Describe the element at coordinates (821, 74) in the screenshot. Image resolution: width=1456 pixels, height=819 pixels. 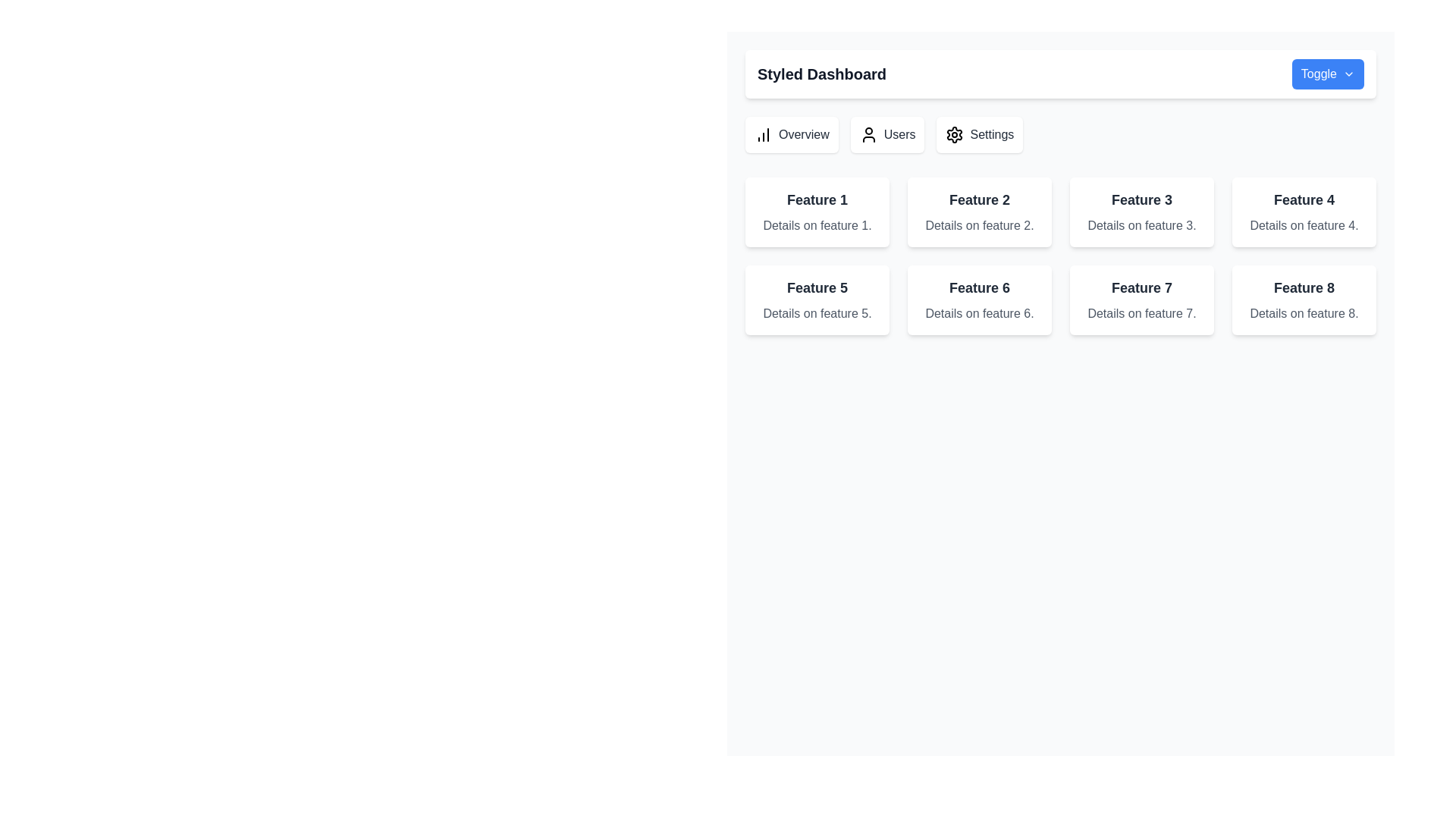
I see `the bold, large-sized text label 'Styled Dashboard' positioned at the top-left section of the interface` at that location.